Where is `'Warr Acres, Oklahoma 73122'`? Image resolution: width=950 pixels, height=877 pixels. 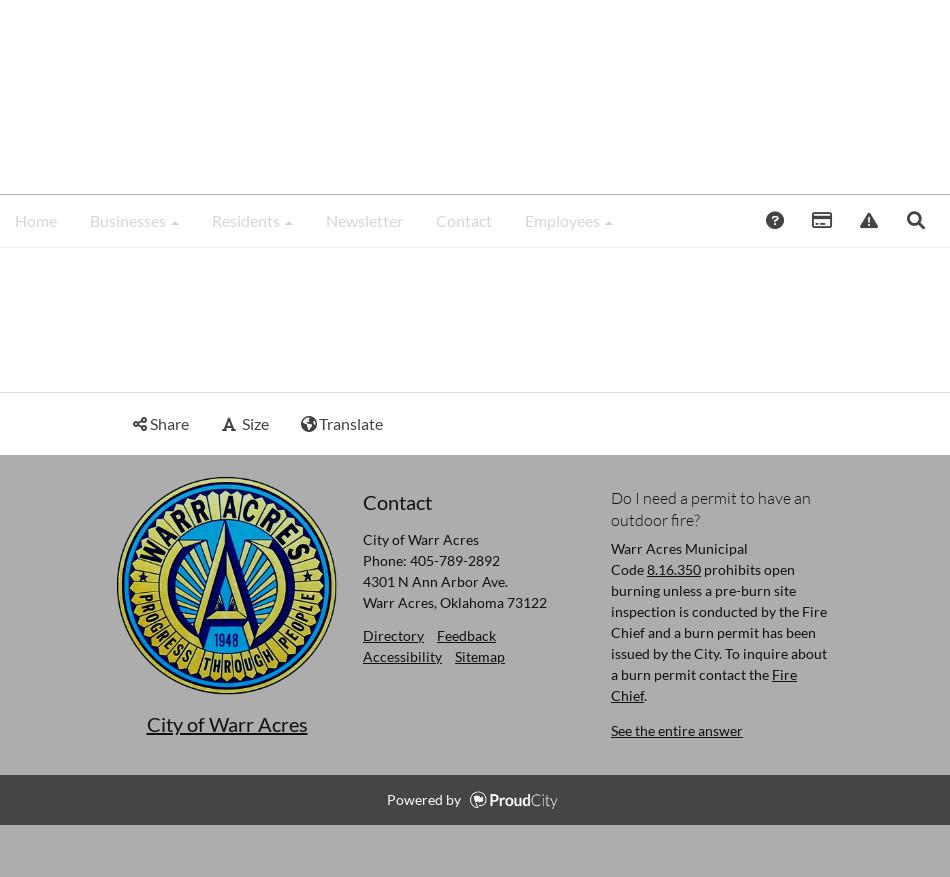
'Warr Acres, Oklahoma 73122' is located at coordinates (361, 601).